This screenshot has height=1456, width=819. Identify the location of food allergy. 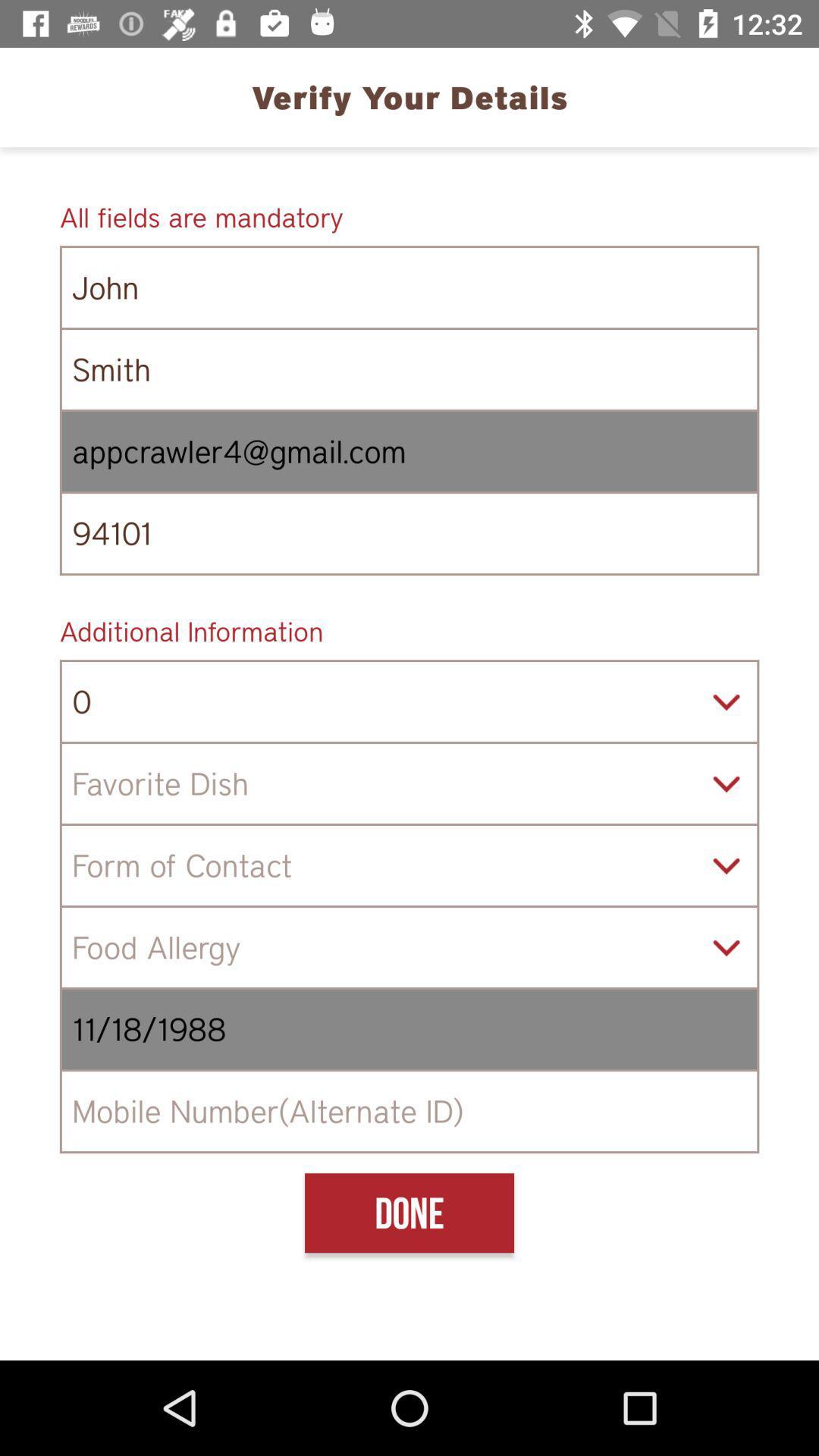
(409, 946).